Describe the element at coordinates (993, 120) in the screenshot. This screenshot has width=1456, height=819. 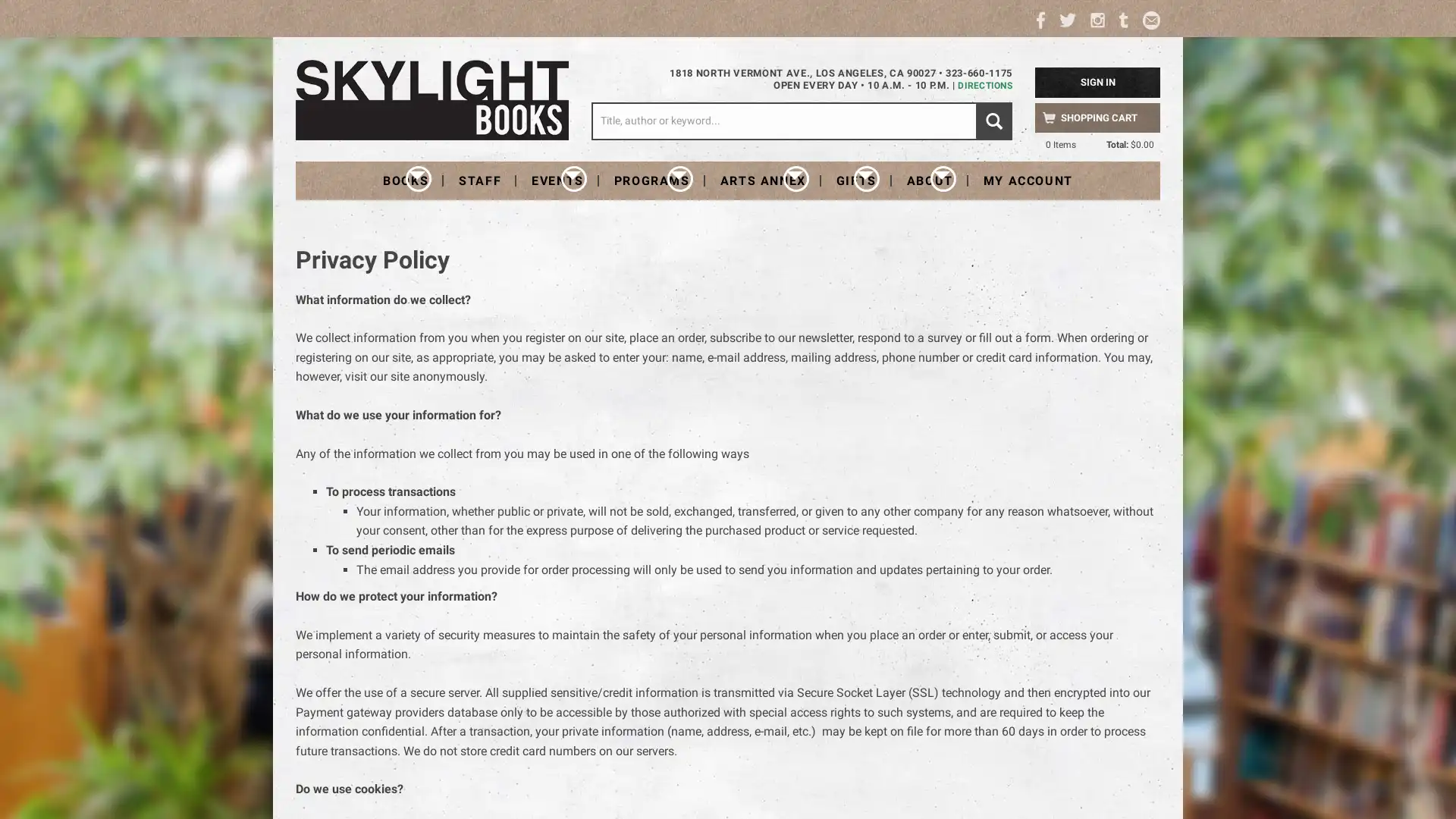
I see `search` at that location.